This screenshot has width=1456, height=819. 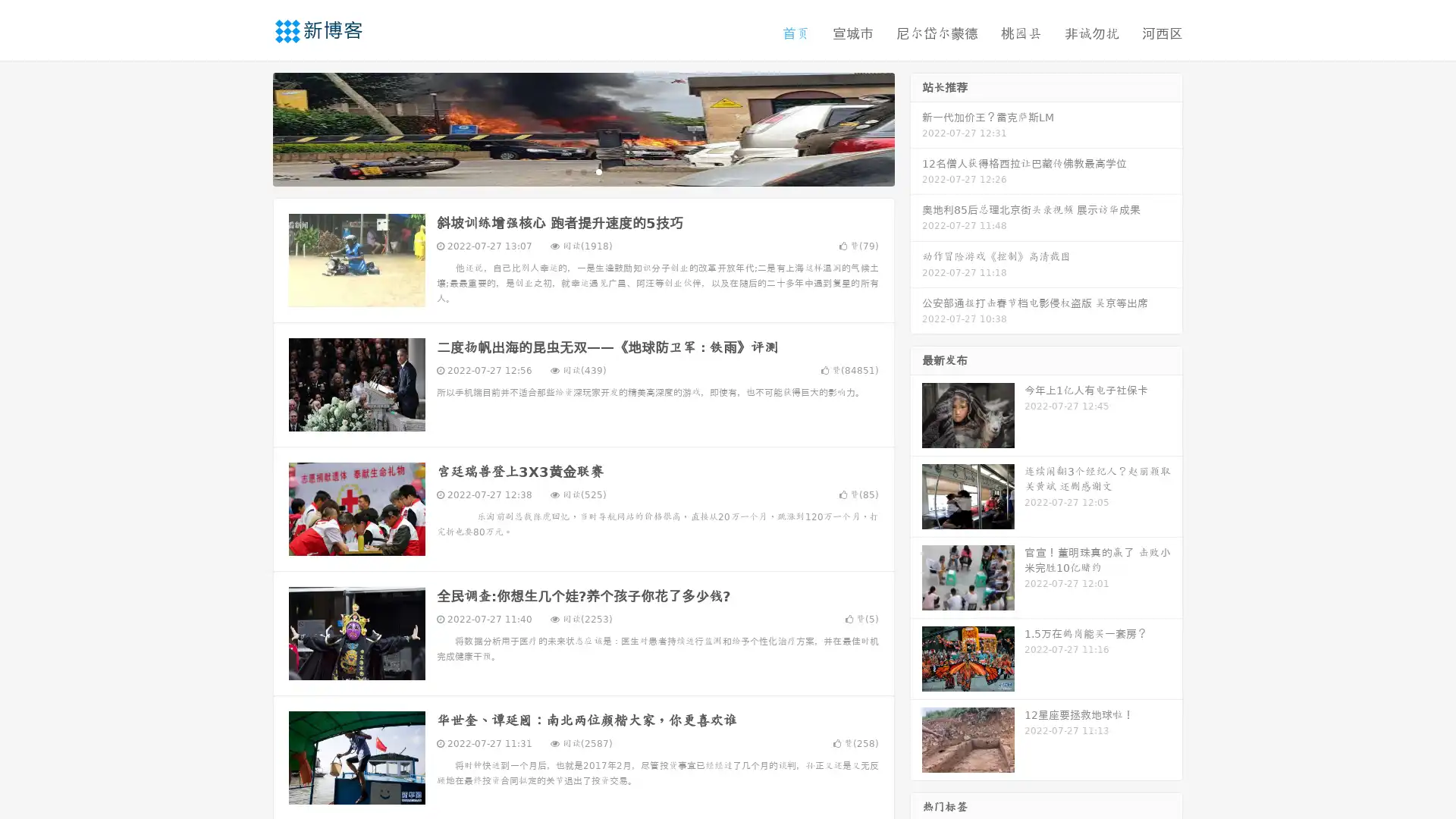 I want to click on Go to slide 2, so click(x=582, y=171).